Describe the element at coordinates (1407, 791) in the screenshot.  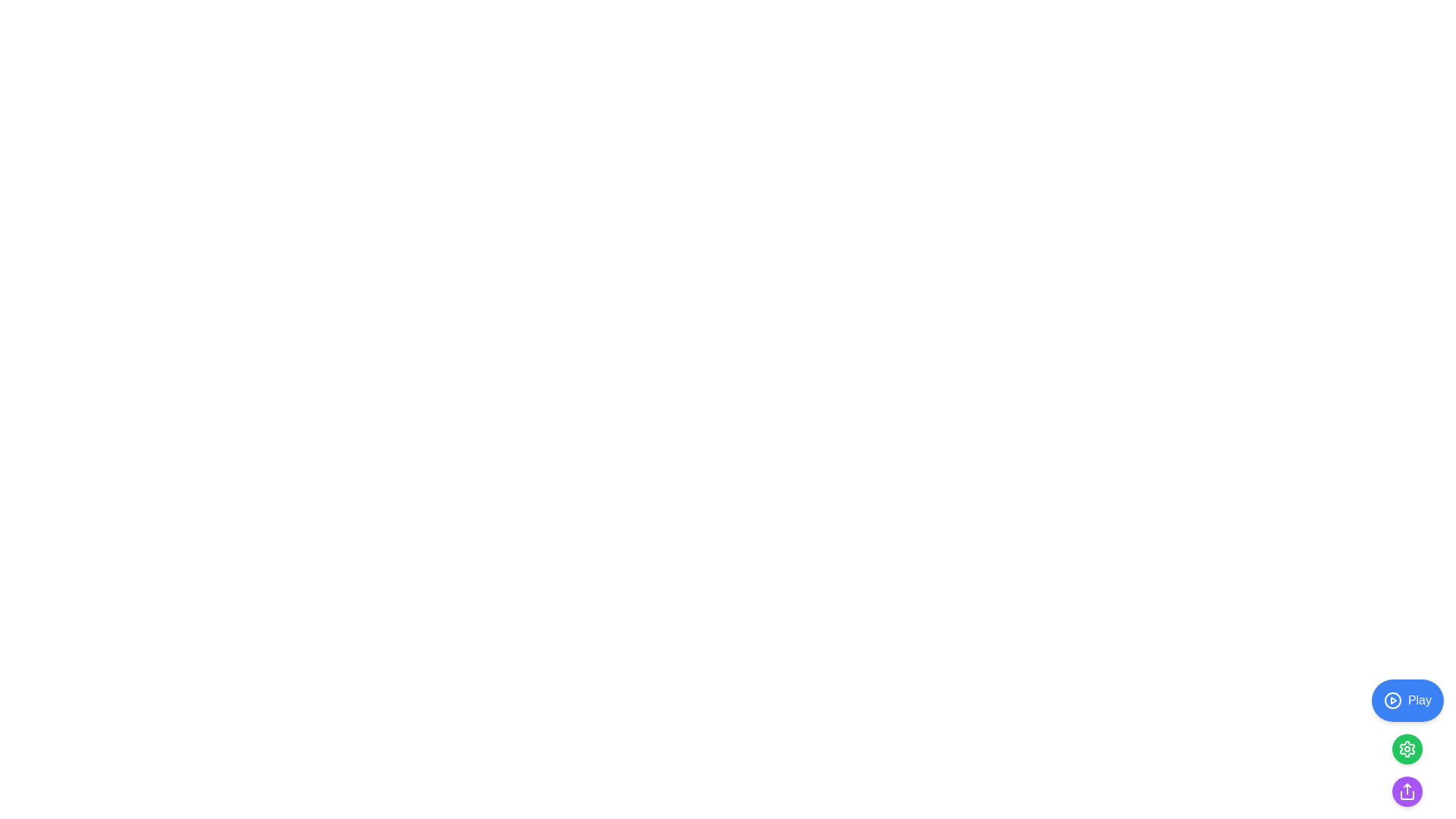
I see `the purple circular icon button with an upward arrow located in the bottom-right corner to initiate a share action` at that location.